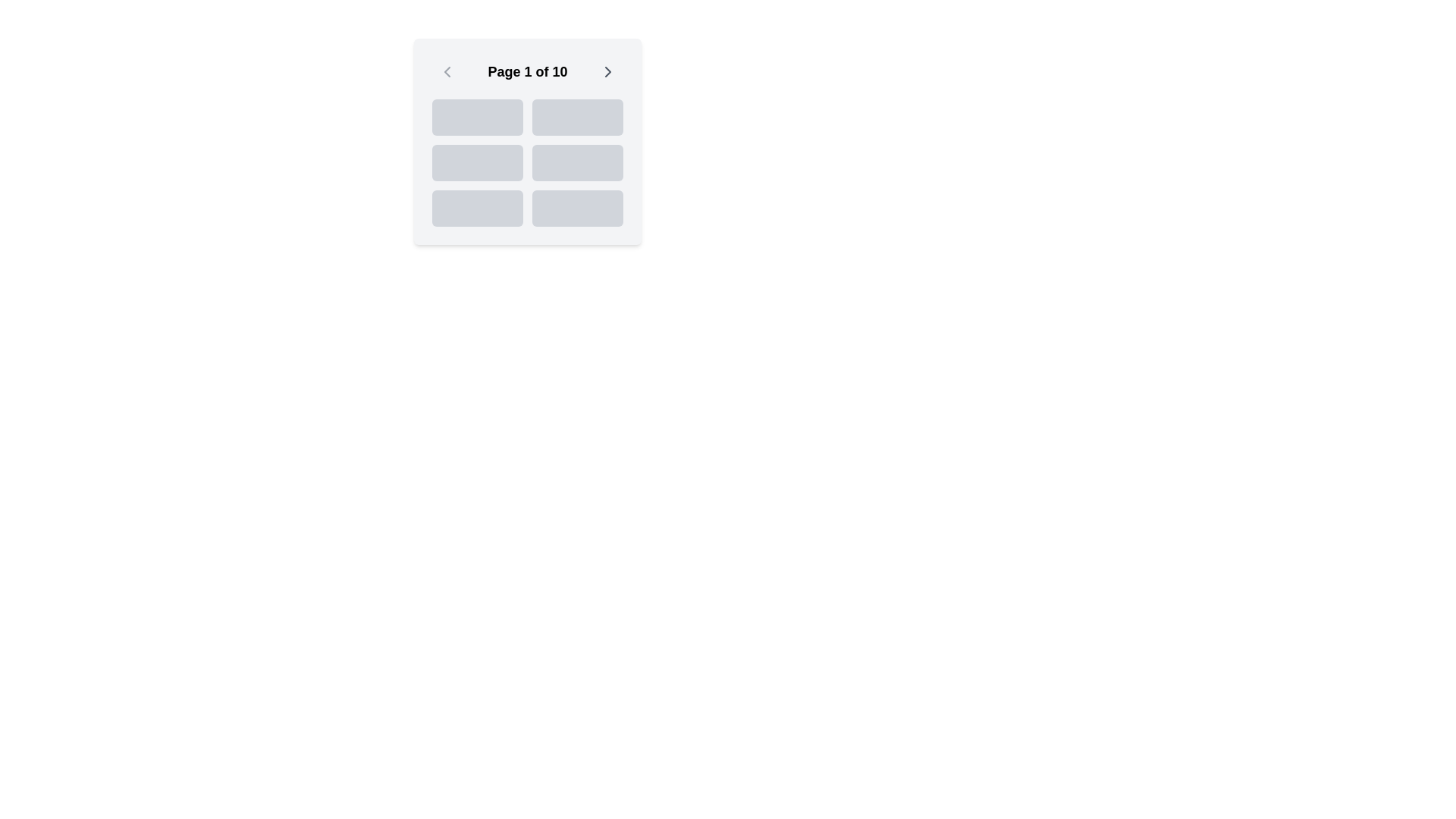 The width and height of the screenshot is (1456, 819). I want to click on the chevron arrow icon in the upper-right corner of the interface, so click(607, 72).